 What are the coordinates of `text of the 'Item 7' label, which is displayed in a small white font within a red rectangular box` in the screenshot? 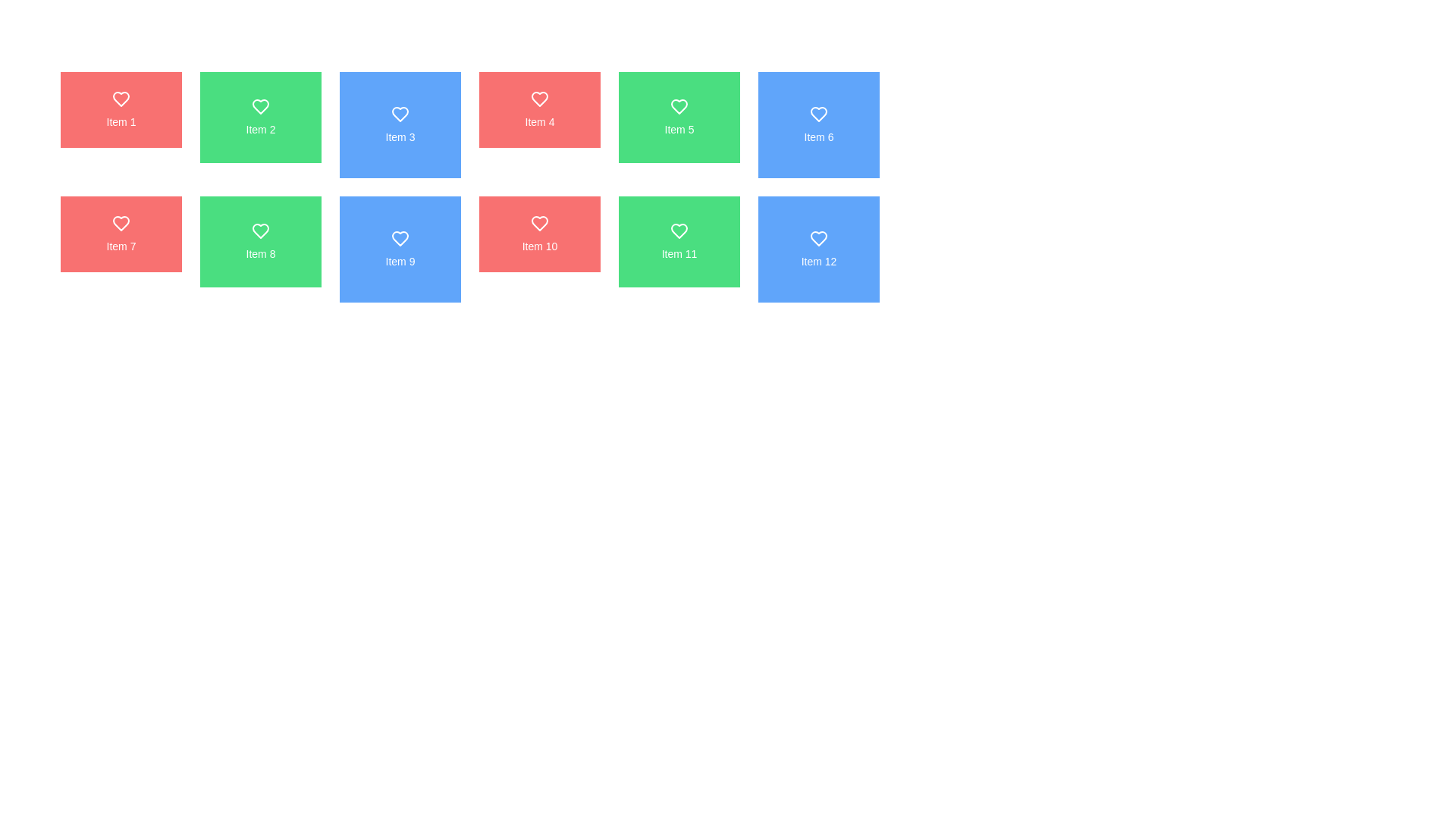 It's located at (120, 245).